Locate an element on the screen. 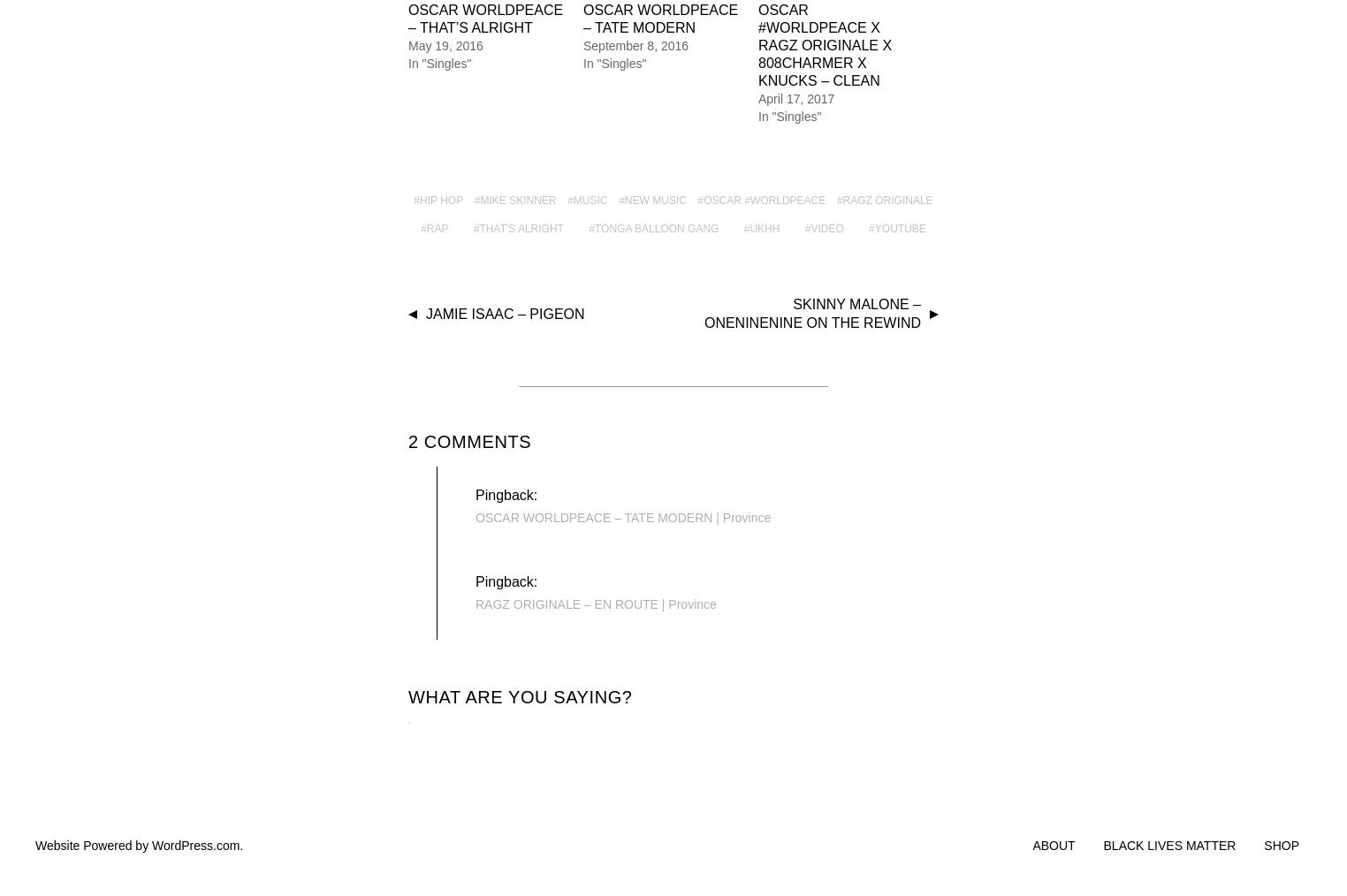  'Website Powered by WordPress.com' is located at coordinates (136, 844).